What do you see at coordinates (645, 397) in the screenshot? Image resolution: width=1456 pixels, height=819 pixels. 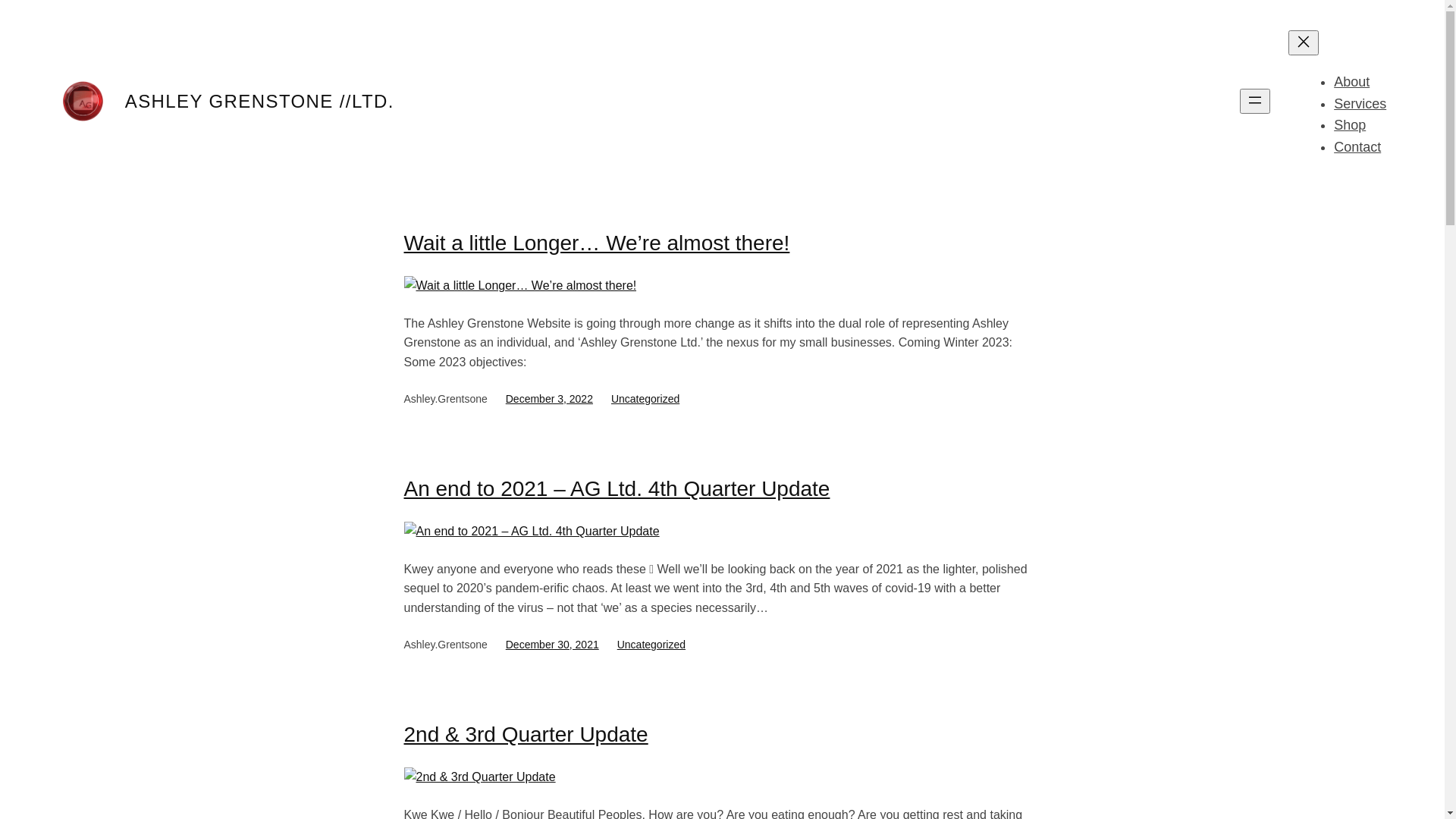 I see `'Uncategorized'` at bounding box center [645, 397].